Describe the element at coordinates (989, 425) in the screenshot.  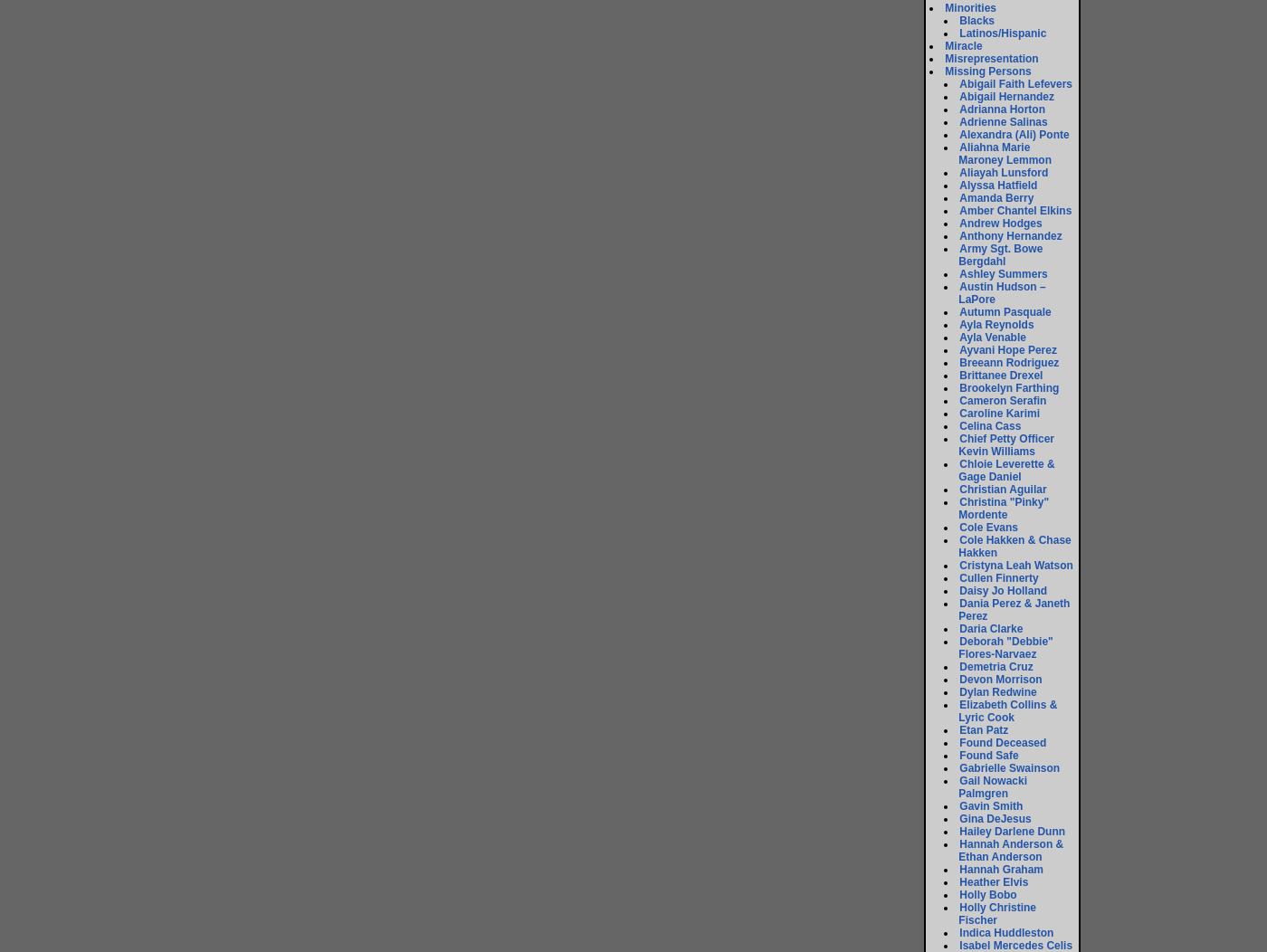
I see `'Celina Cass'` at that location.